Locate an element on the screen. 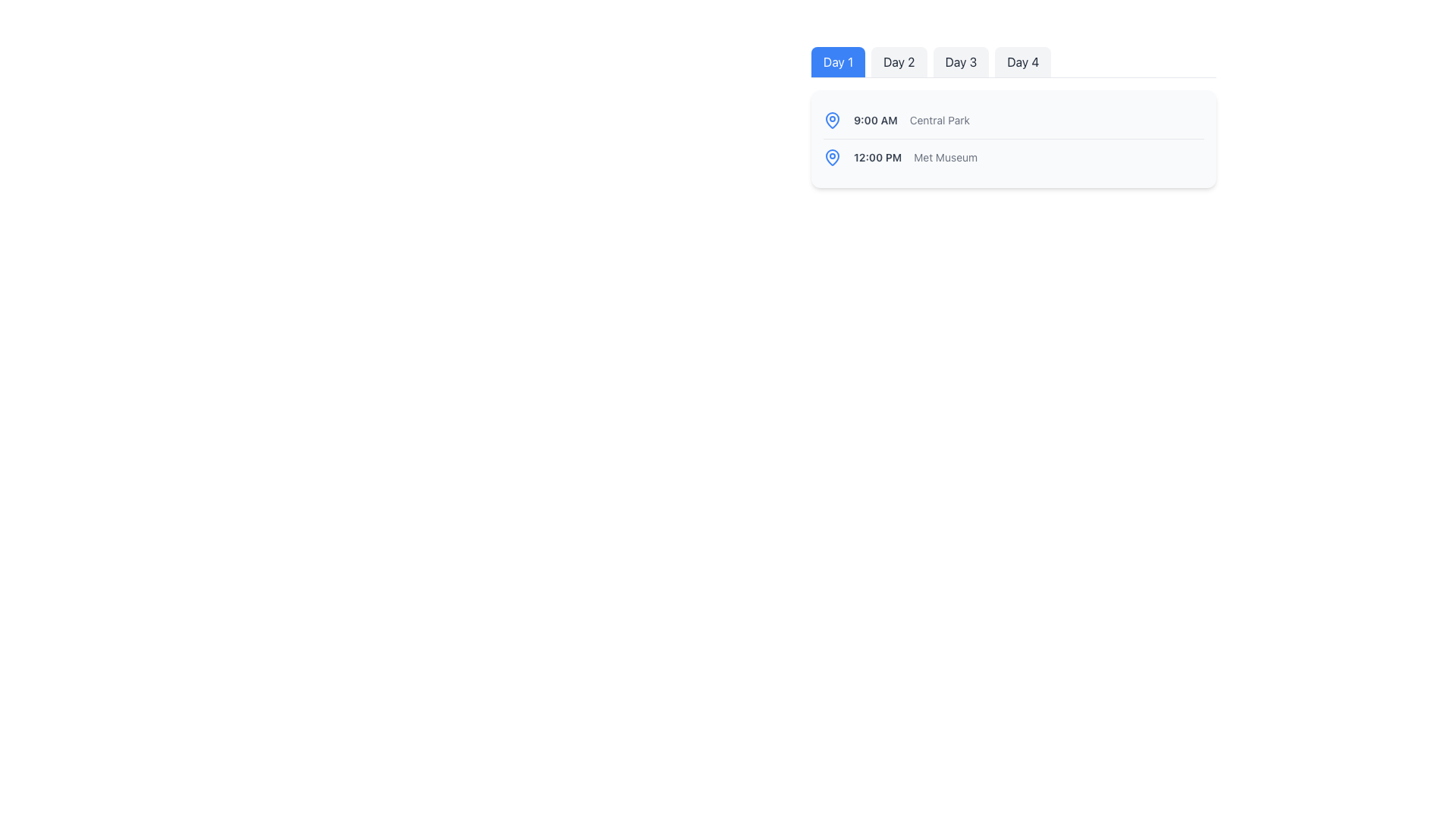 This screenshot has height=819, width=1456. the text label that describes the location associated with '12:00 PM', positioned on the right side of the time text is located at coordinates (945, 158).